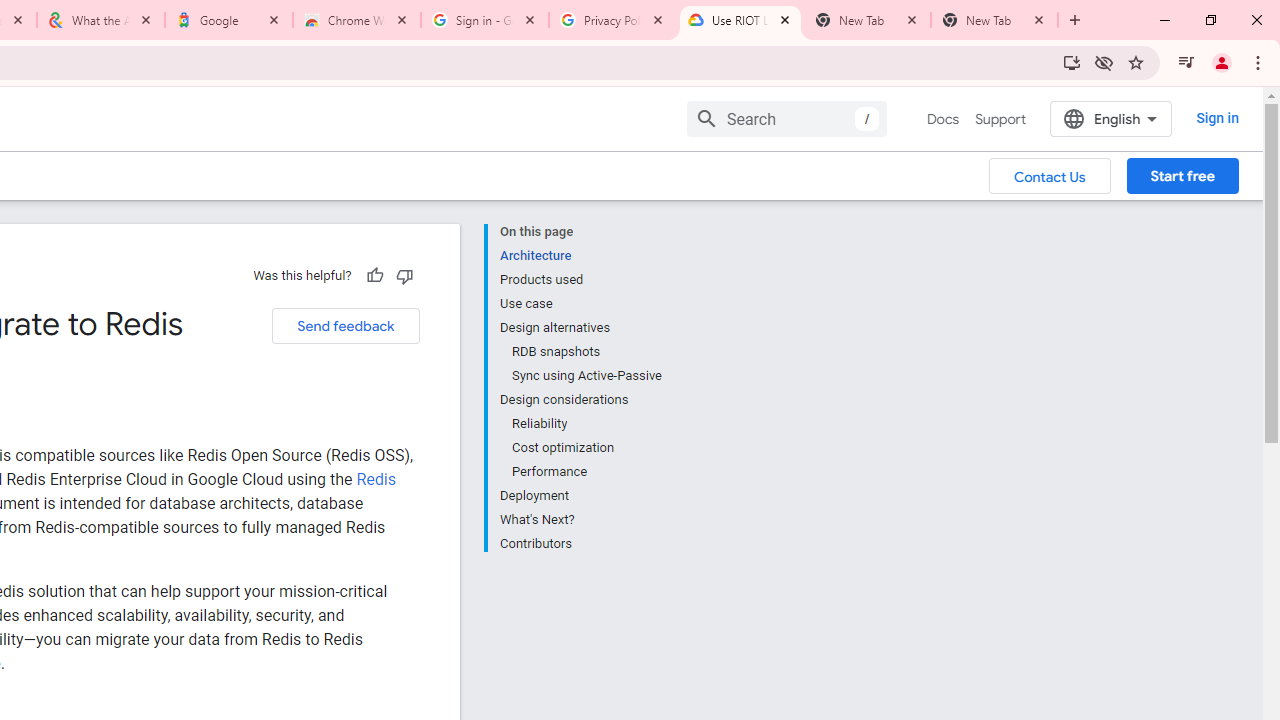 Image resolution: width=1280 pixels, height=720 pixels. Describe the element at coordinates (1049, 174) in the screenshot. I see `'Contact Us'` at that location.